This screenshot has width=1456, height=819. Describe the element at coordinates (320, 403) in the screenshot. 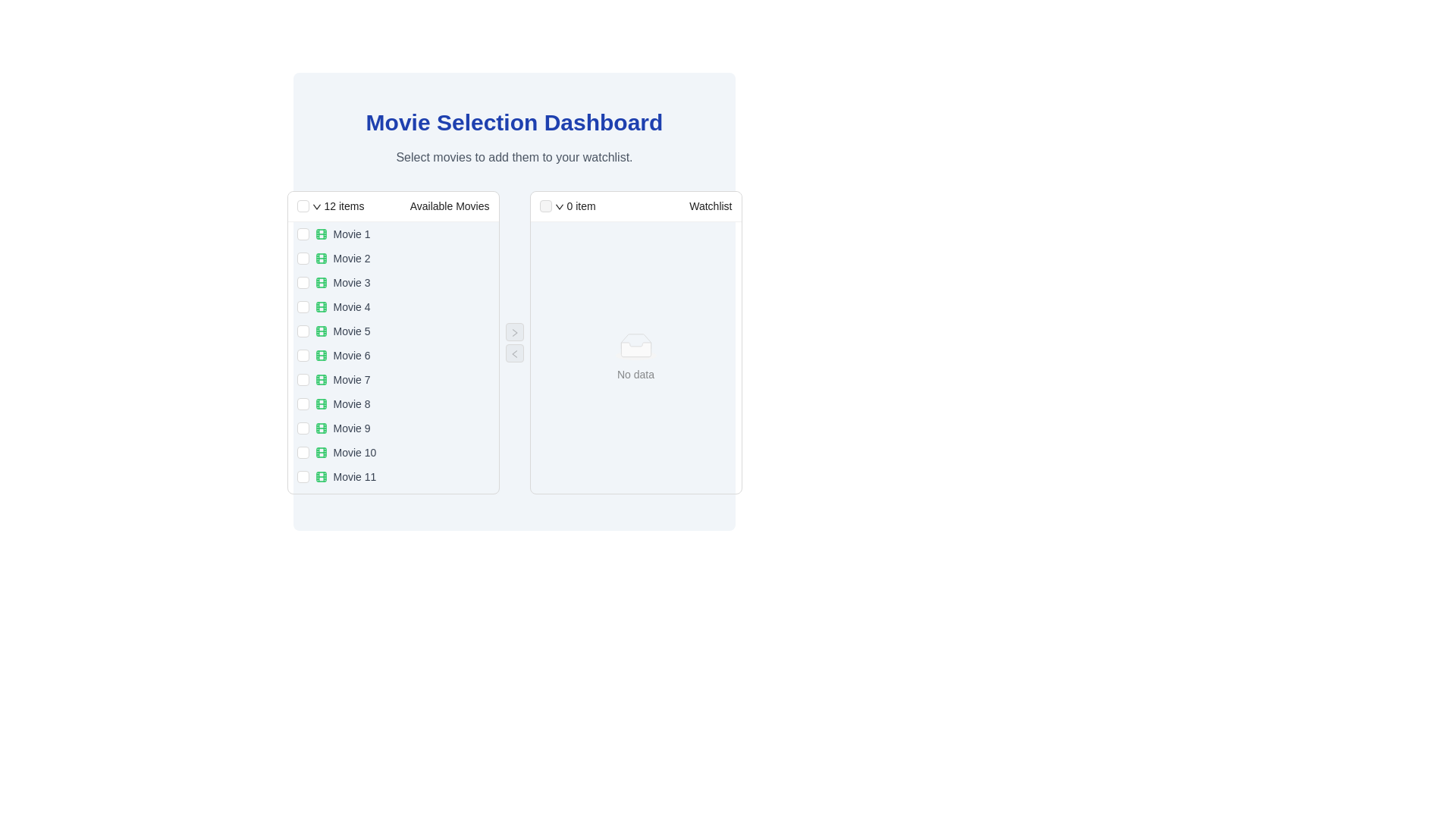

I see `the green film strip icon located to the left of the text 'Movie 8' in the eighth item of the 'Available Movies' list` at that location.